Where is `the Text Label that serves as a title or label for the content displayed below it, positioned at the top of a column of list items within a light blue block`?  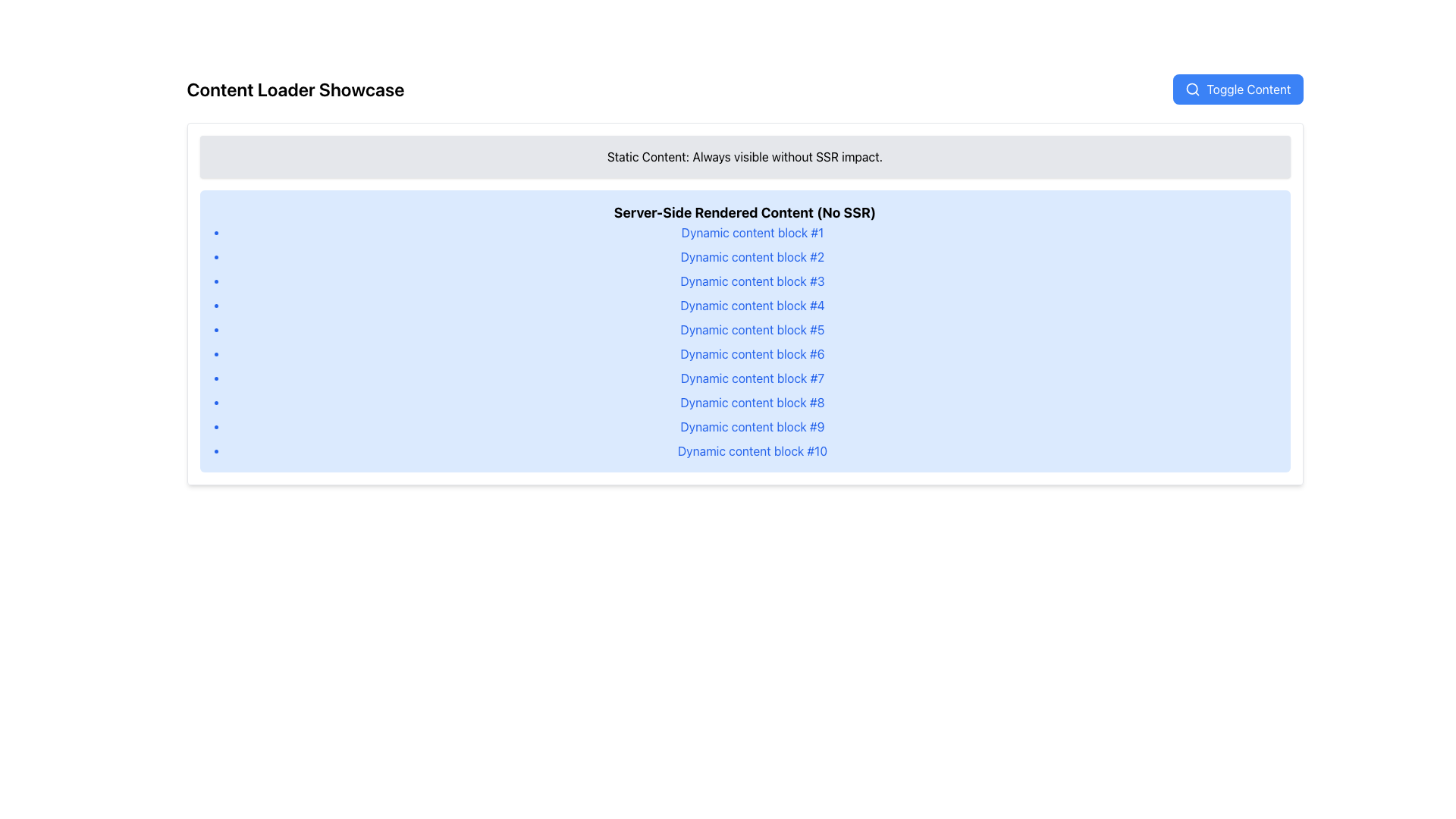
the Text Label that serves as a title or label for the content displayed below it, positioned at the top of a column of list items within a light blue block is located at coordinates (745, 213).